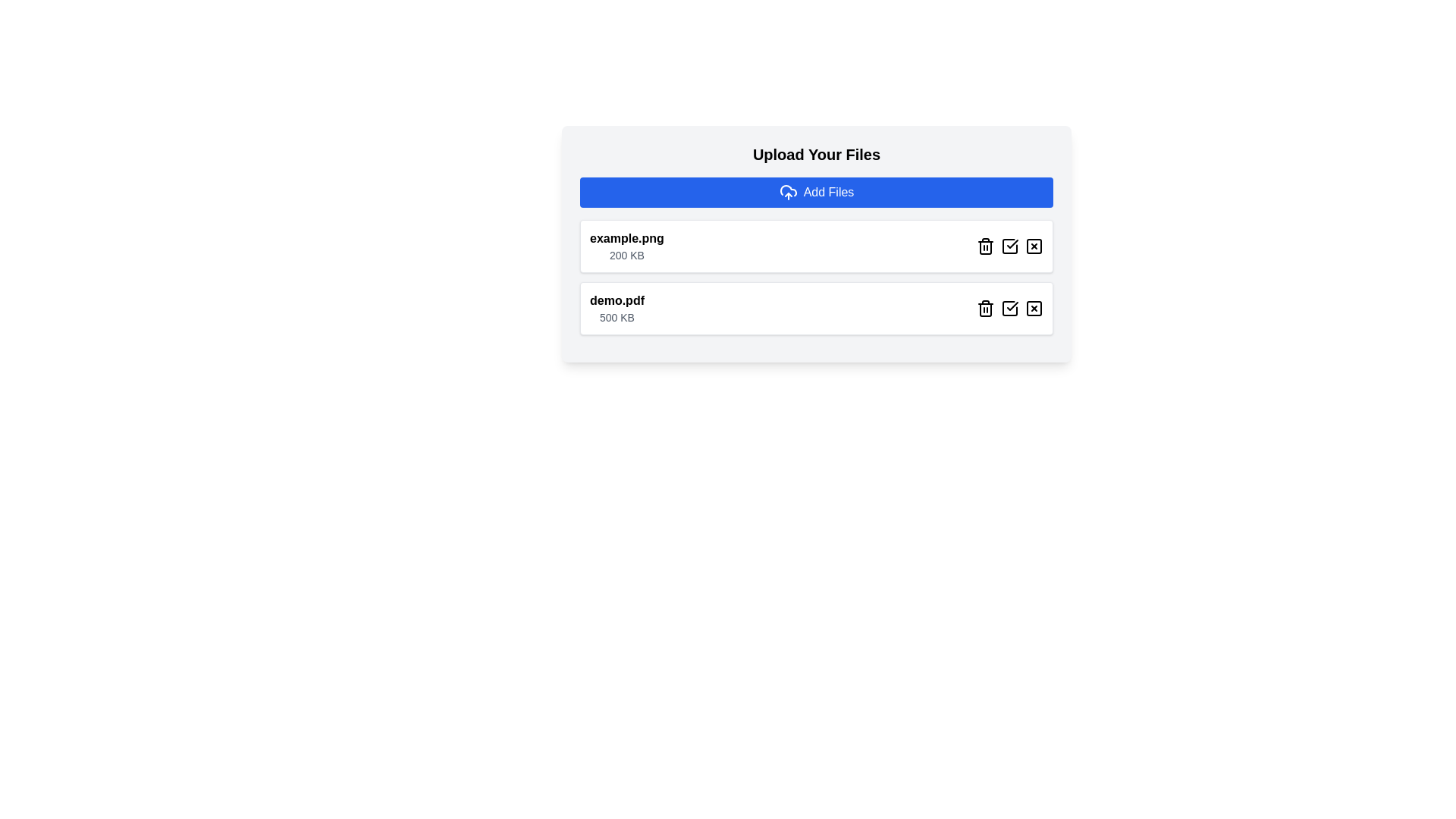 This screenshot has width=1456, height=819. What do you see at coordinates (1033, 308) in the screenshot?
I see `the small, square-shaped icon with rounded corners that features a cross (X) symbol, indicating a 'remove' or 'delete' action, located on the far right of a list item in a file upload interface` at bounding box center [1033, 308].